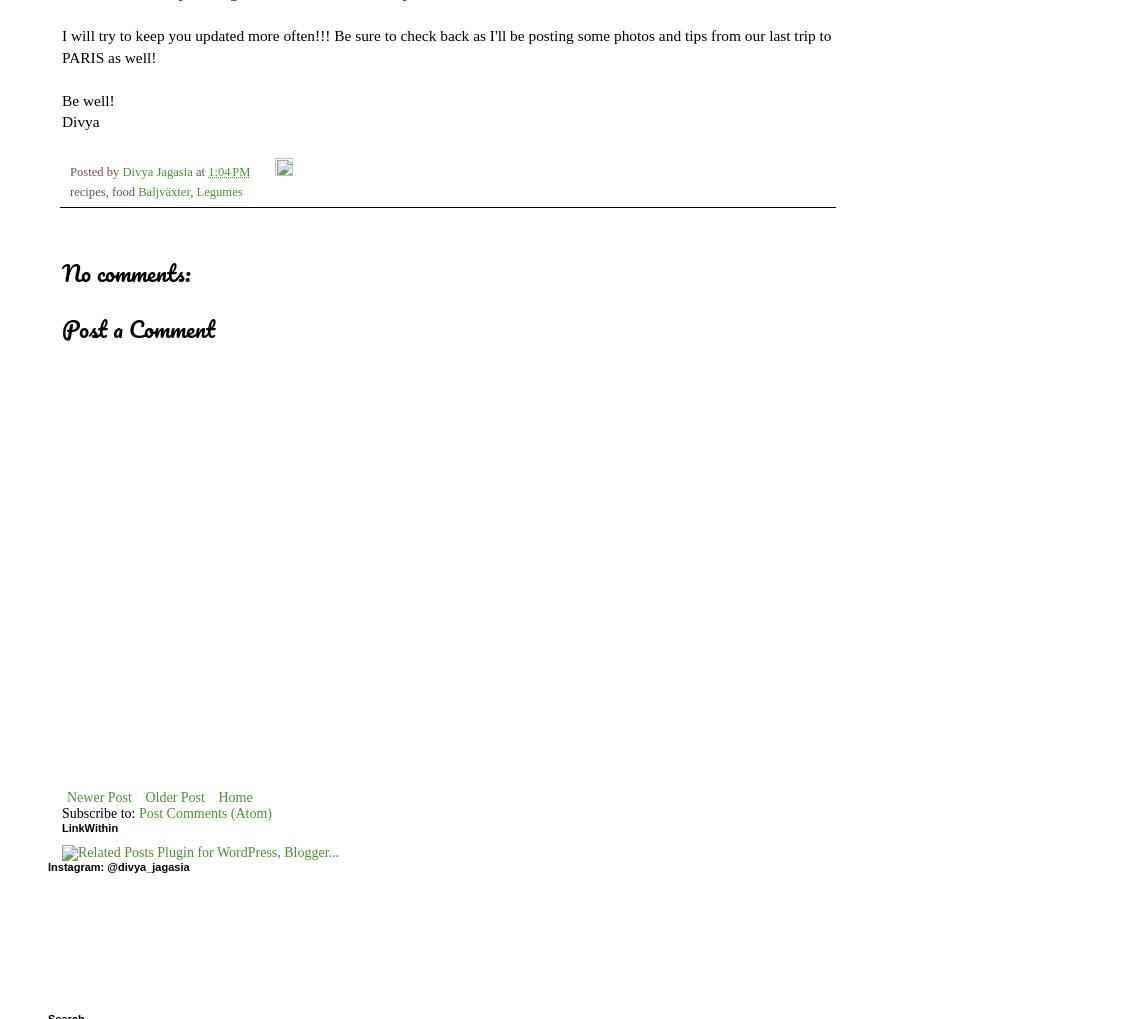 The height and width of the screenshot is (1019, 1148). I want to click on 'Post Comments (Atom)', so click(205, 812).